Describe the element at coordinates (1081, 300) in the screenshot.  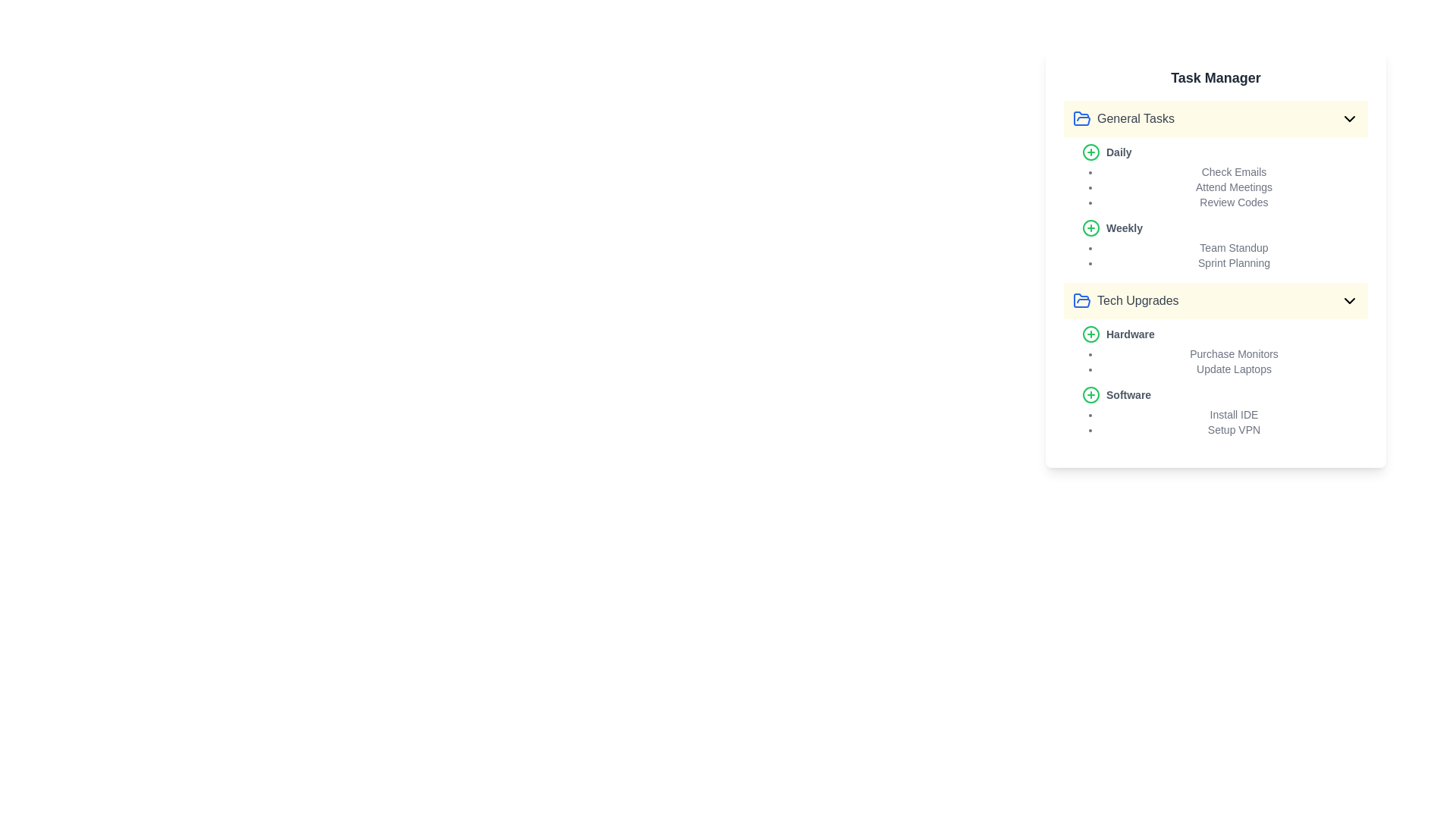
I see `the blue-colored folder icon located at the top left of the 'General Tasks' section in the task manager interface` at that location.